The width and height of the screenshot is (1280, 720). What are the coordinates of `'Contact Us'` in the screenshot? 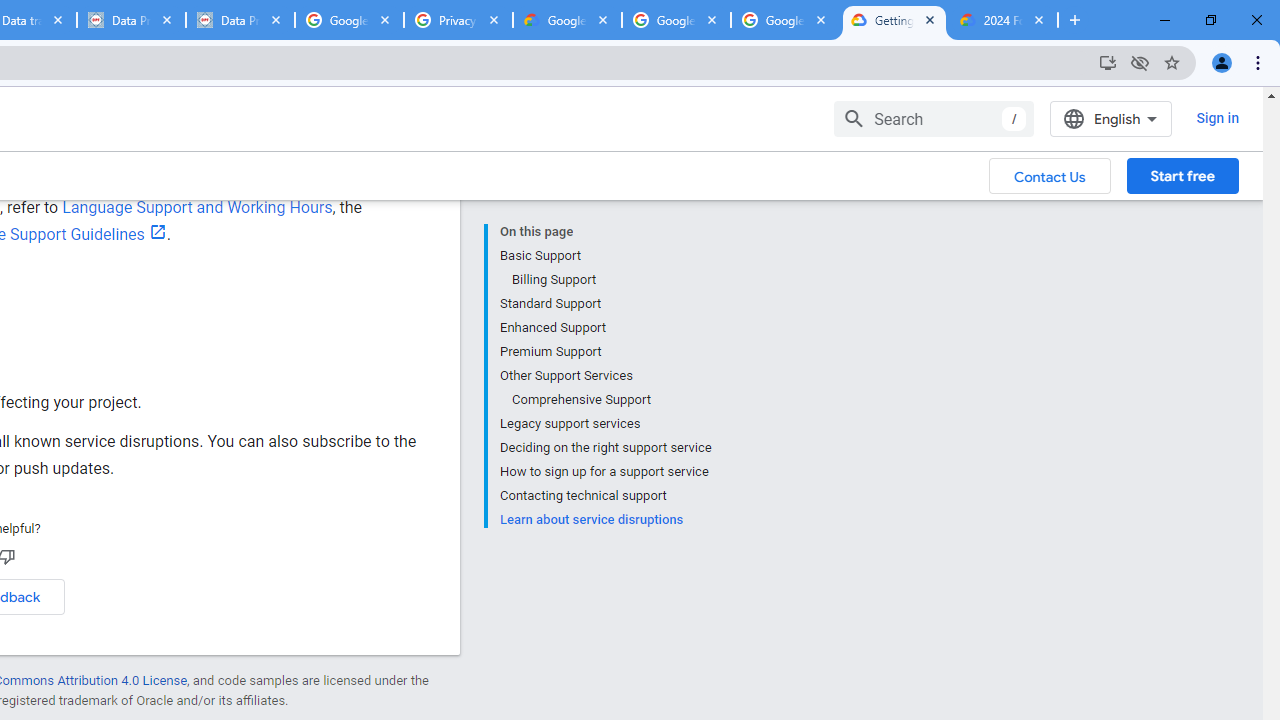 It's located at (1049, 174).